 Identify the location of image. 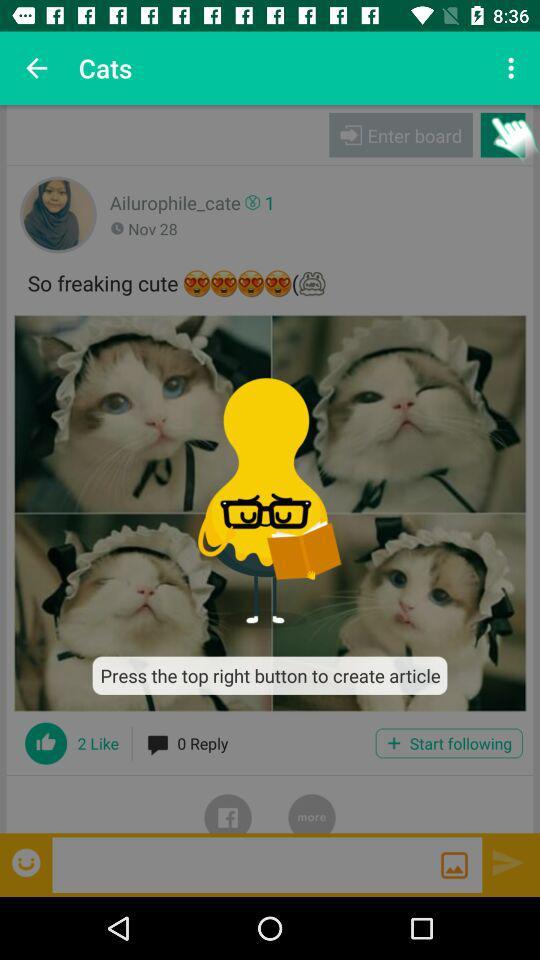
(270, 512).